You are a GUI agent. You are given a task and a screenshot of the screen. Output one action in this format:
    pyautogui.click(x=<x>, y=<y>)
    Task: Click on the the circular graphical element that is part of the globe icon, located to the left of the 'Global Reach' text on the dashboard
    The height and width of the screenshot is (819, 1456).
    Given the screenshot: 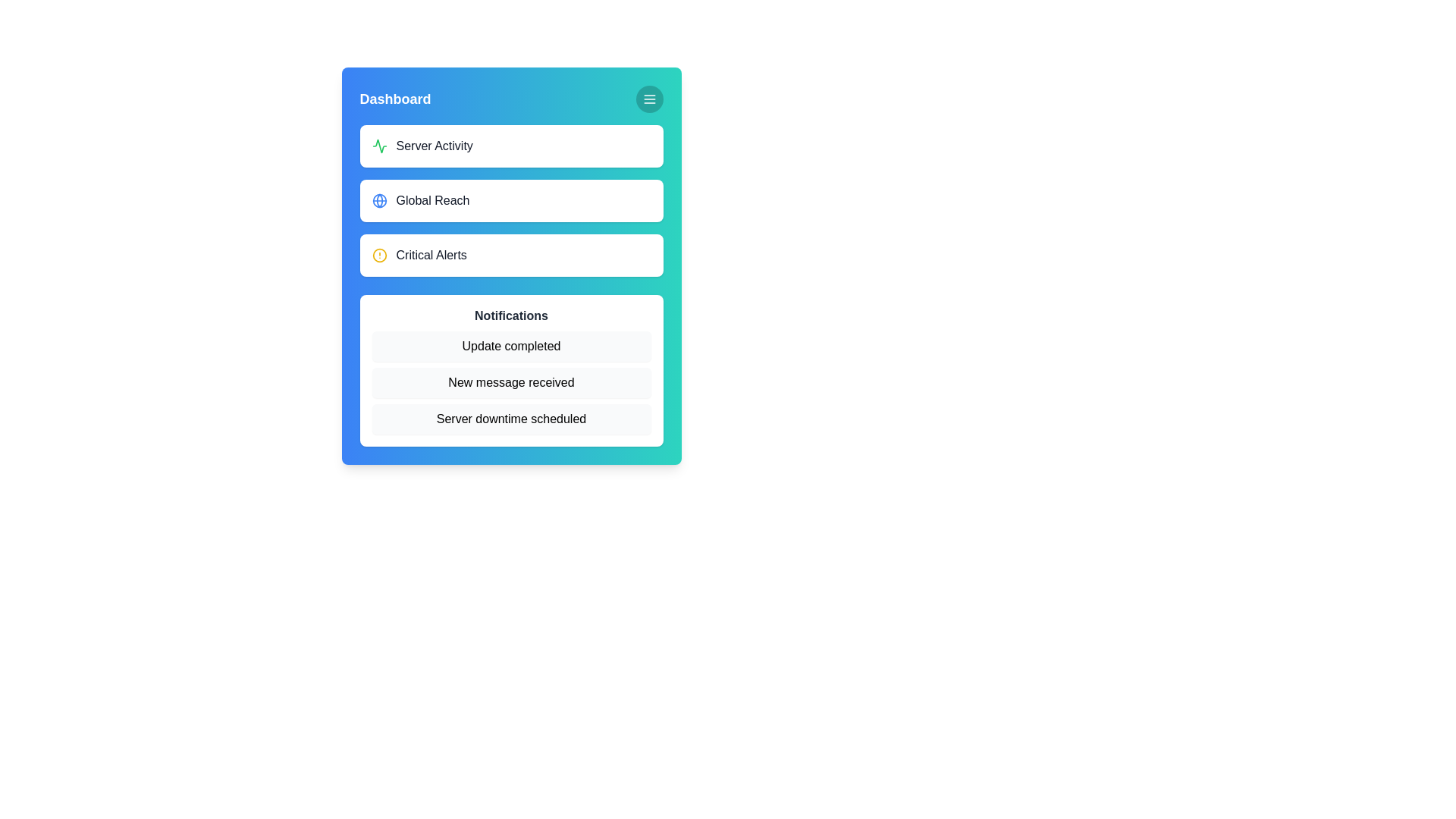 What is the action you would take?
    pyautogui.click(x=379, y=200)
    